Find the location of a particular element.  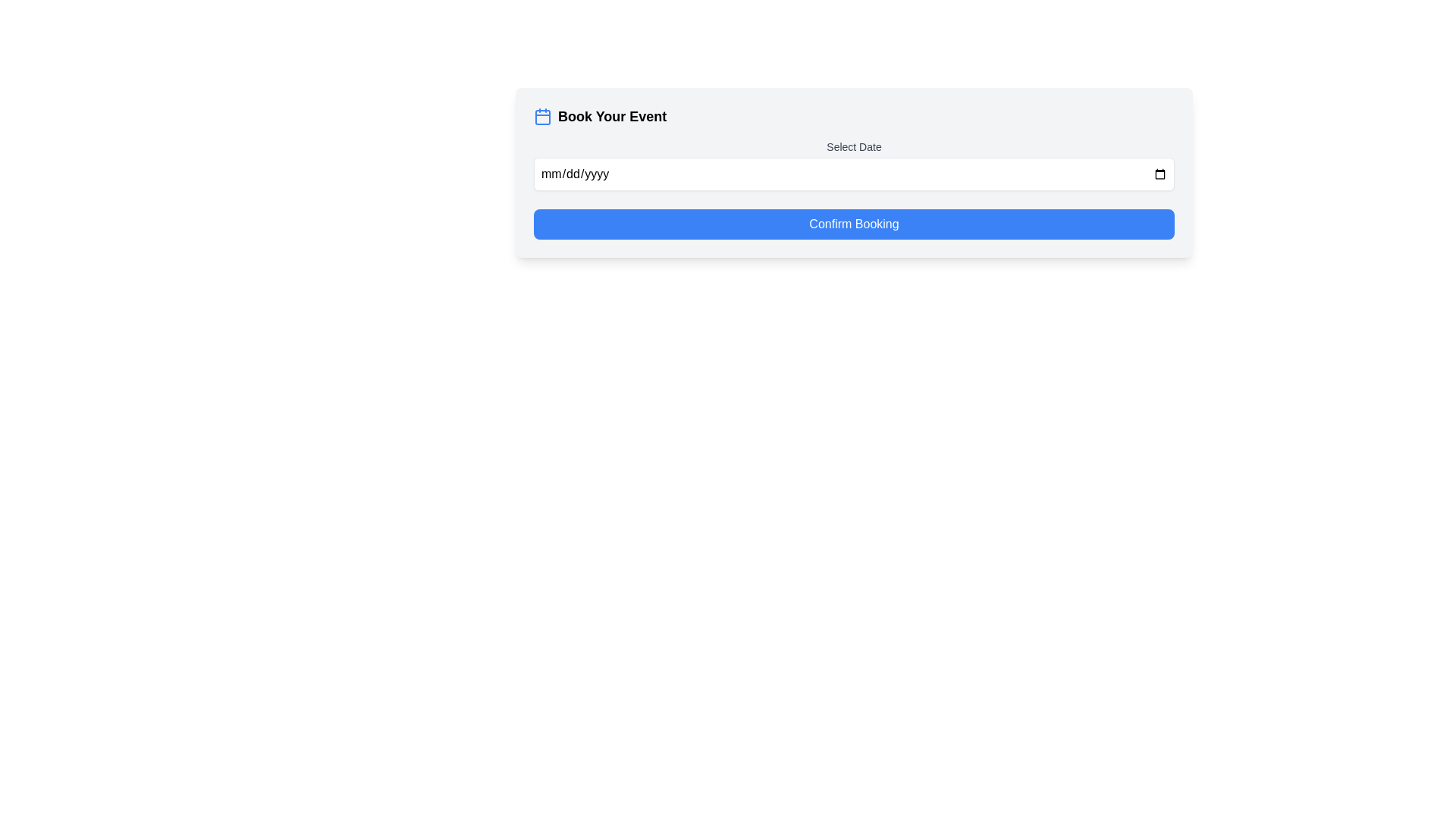

the date input field located under the 'Select Date' label is located at coordinates (854, 174).